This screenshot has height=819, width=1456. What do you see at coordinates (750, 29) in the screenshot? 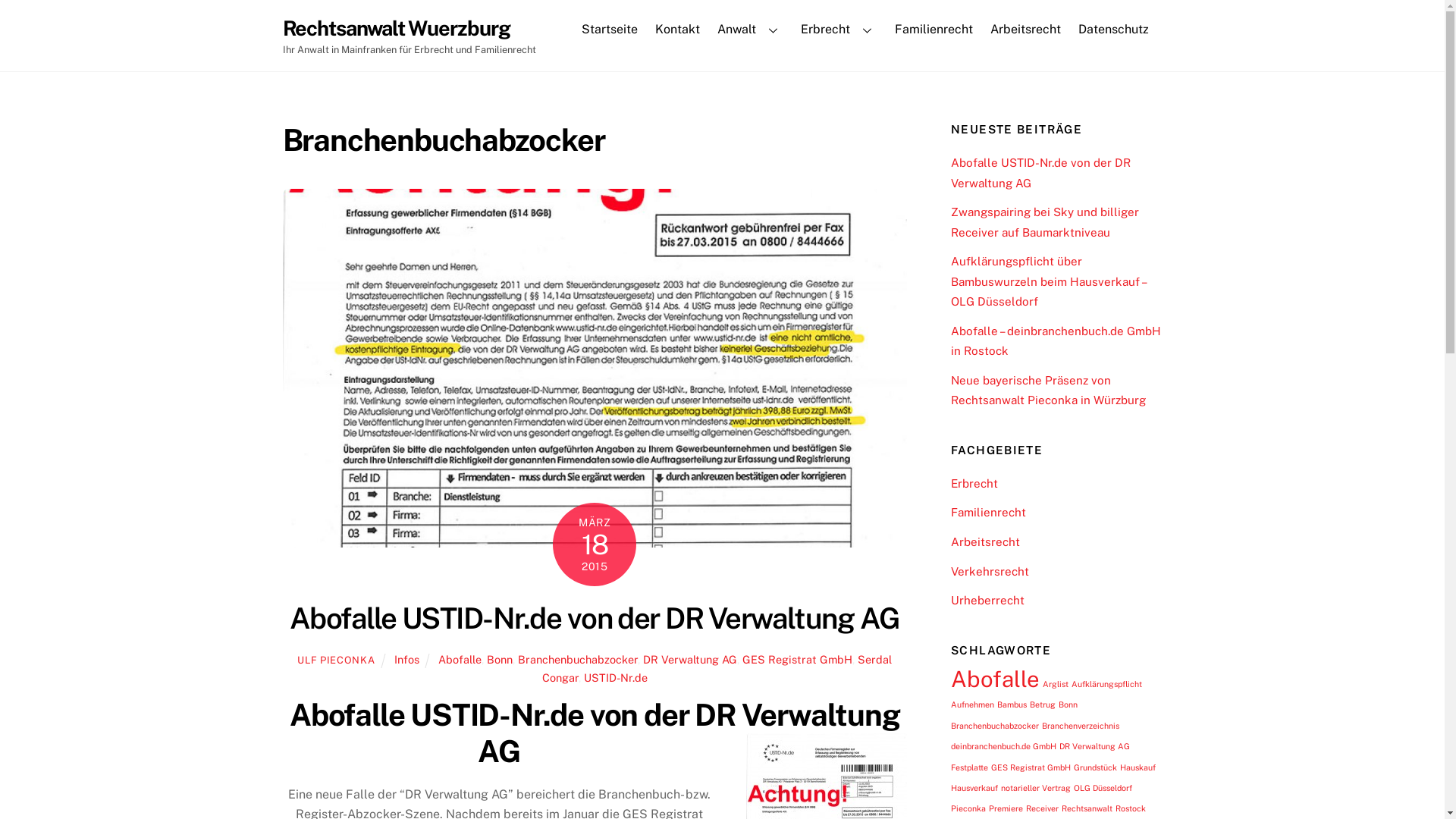
I see `'Anwalt'` at bounding box center [750, 29].